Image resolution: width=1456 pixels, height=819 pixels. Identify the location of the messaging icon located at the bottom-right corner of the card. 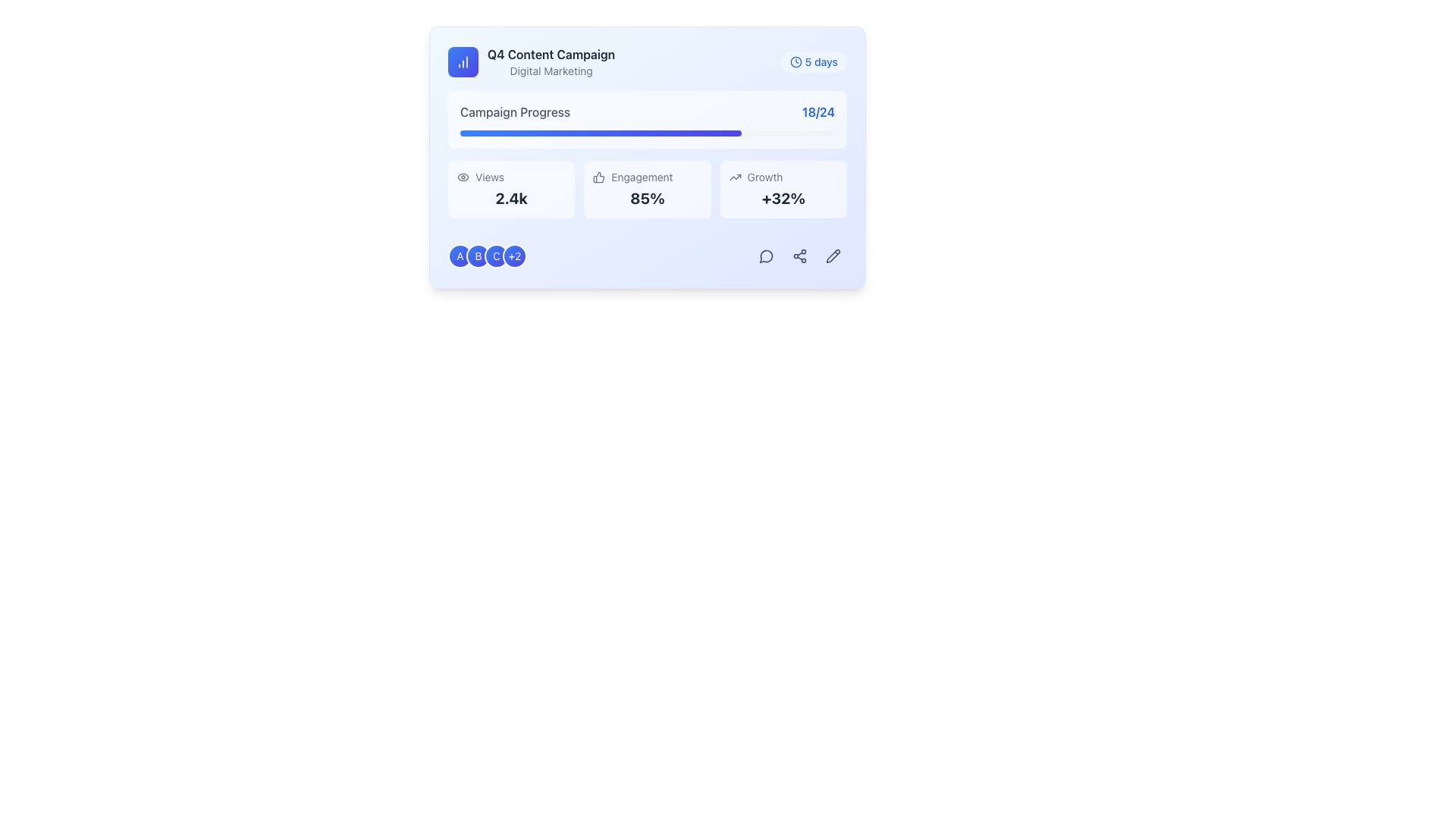
(767, 256).